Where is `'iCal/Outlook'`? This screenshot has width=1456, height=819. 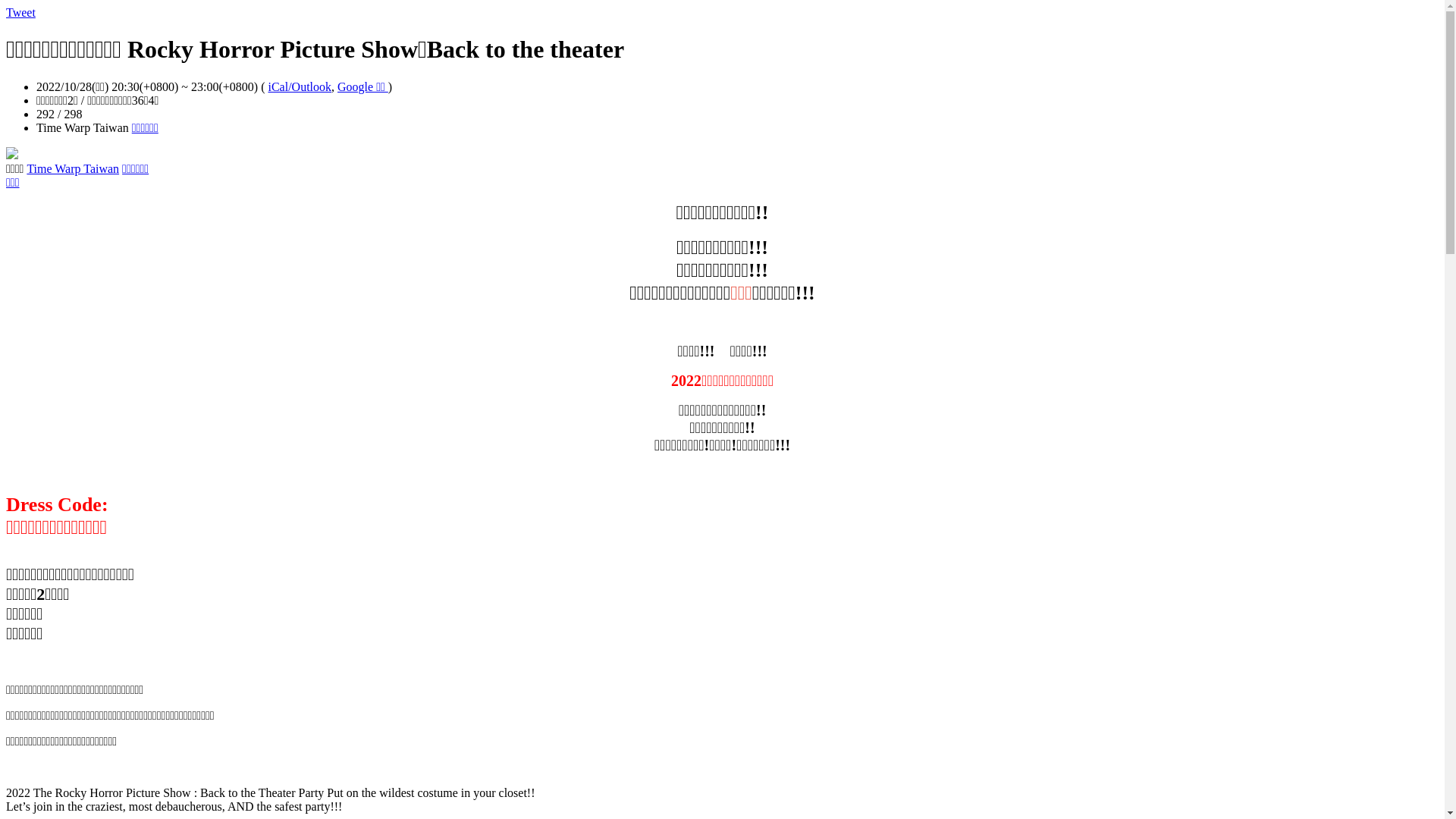 'iCal/Outlook' is located at coordinates (299, 86).